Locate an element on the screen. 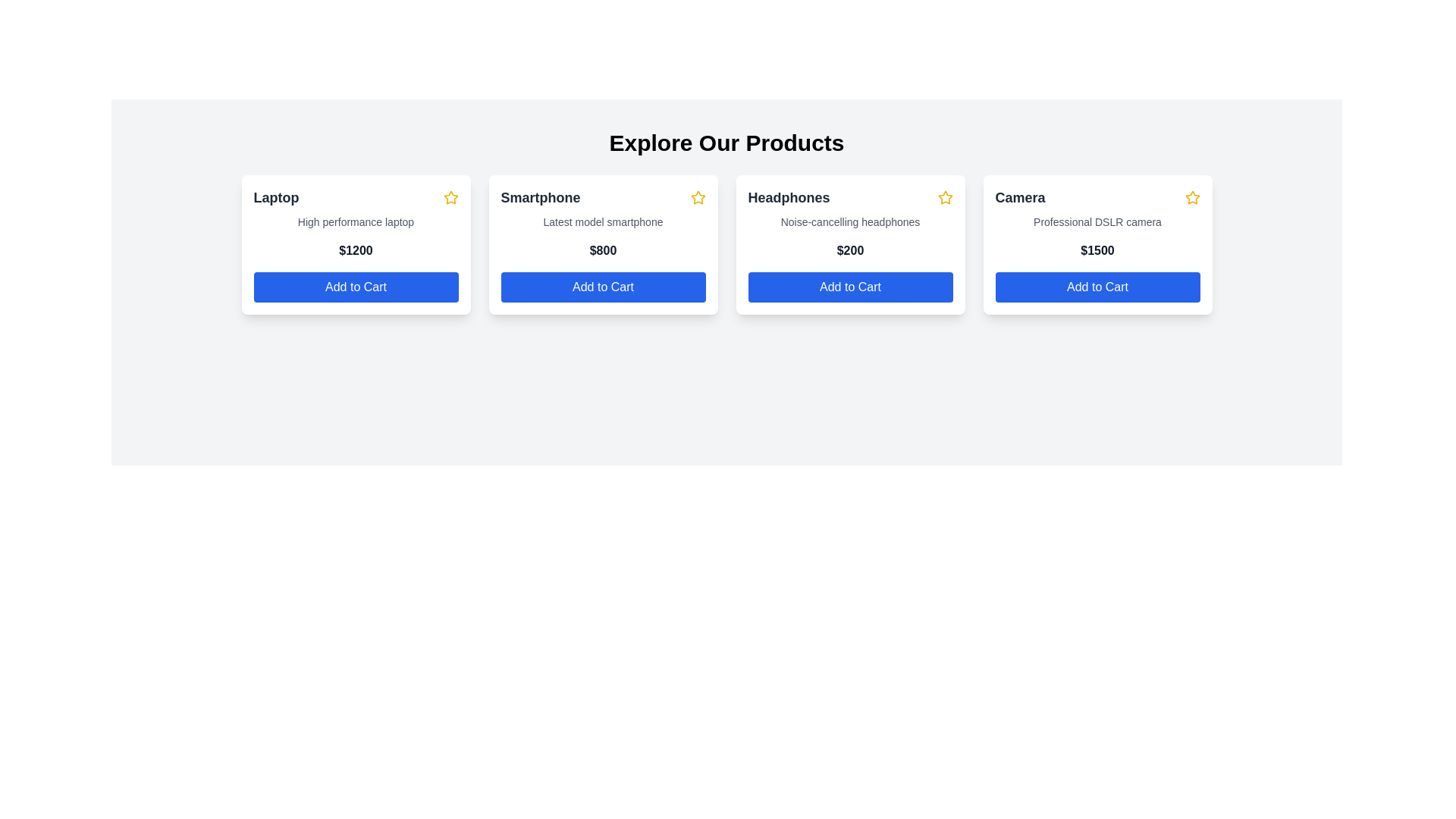 This screenshot has width=1456, height=819. the 'Add to Cart' button located at the bottom of the camera product card to observe the hover effect is located at coordinates (1097, 287).